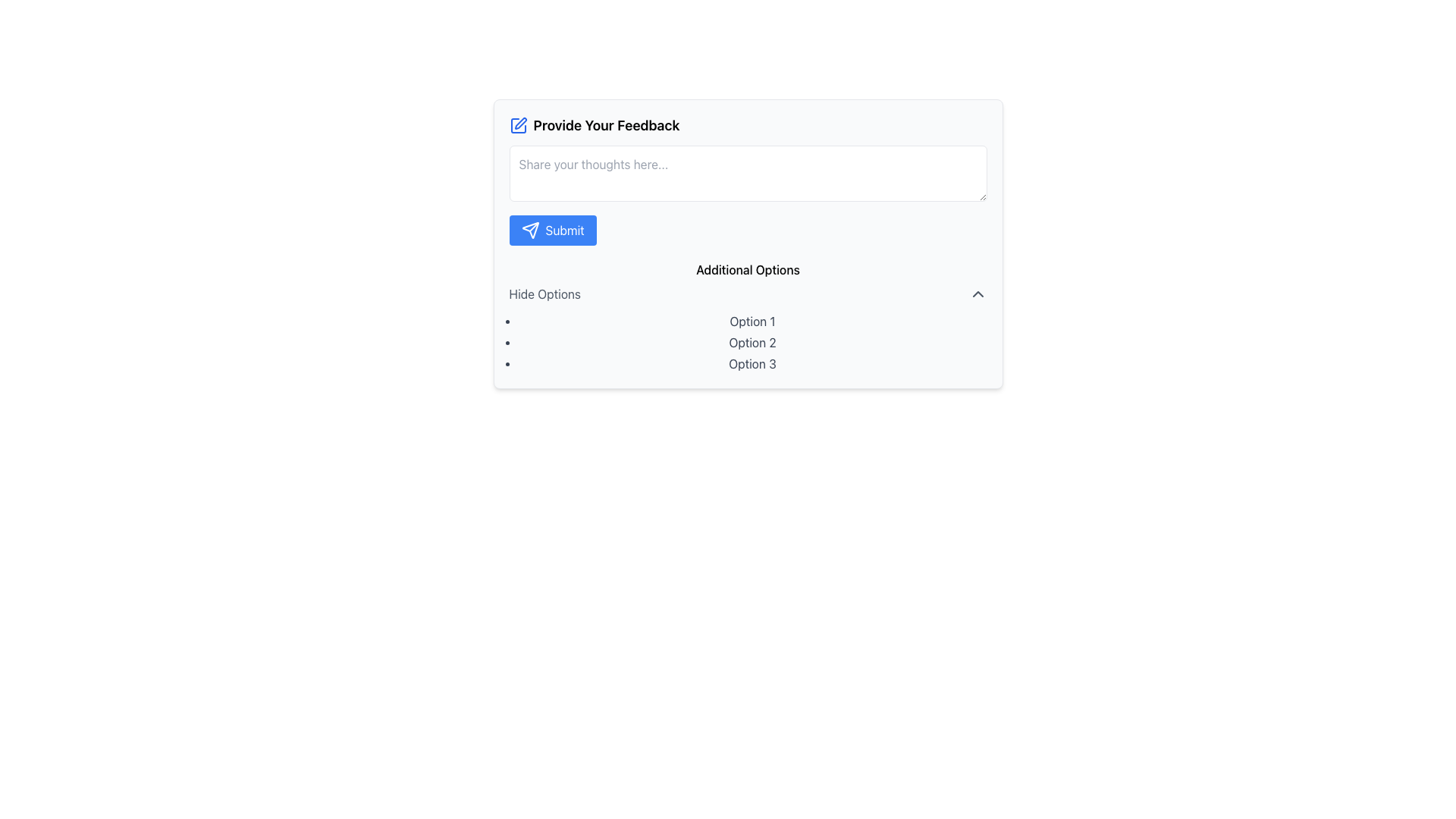  I want to click on the small triangular arrow-like icon, which is white on a blue background, located slightly to the left of the 'Submit' text within the 'Submit' button group, so click(530, 231).